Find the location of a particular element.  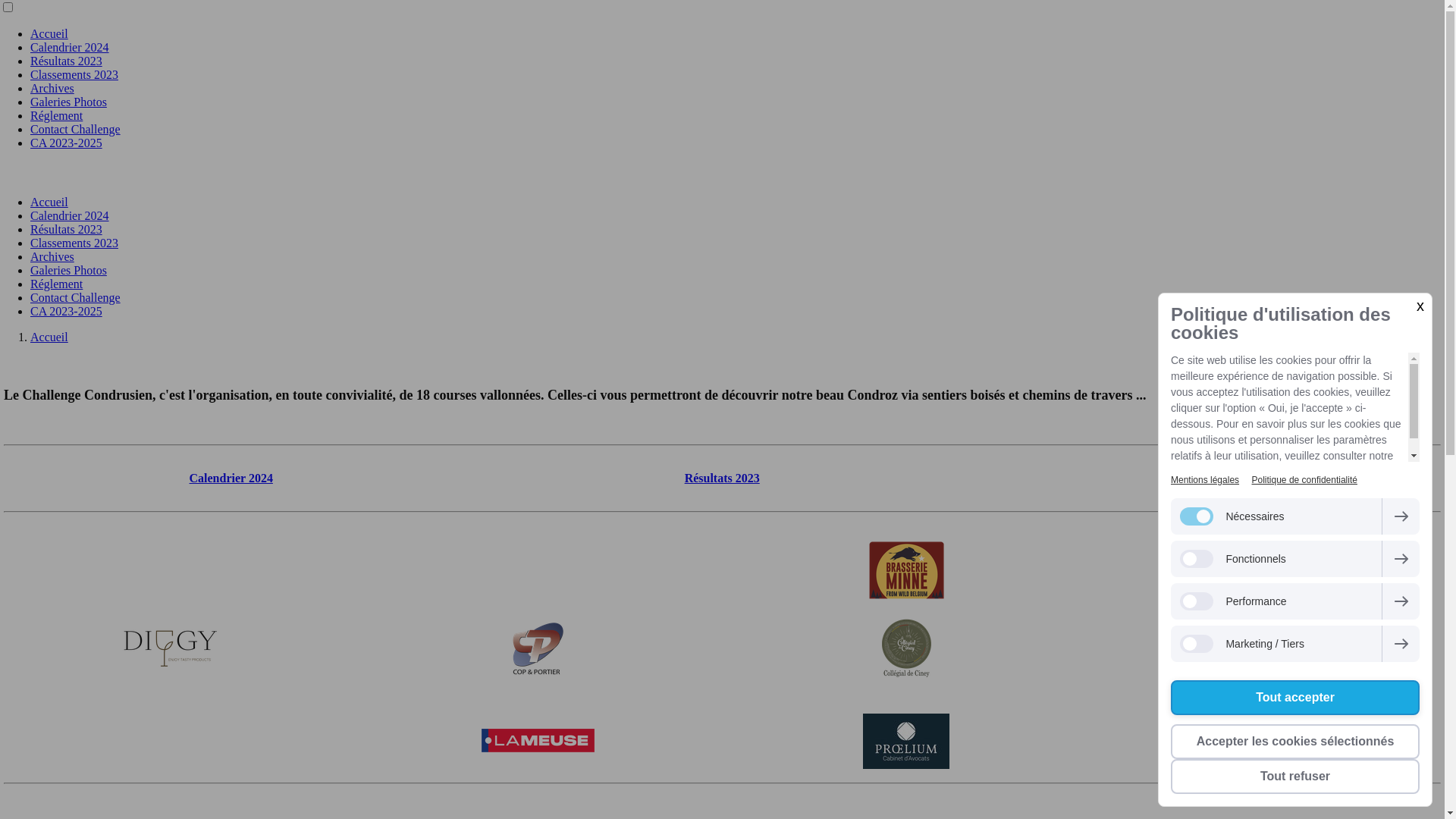

'CA 2023-2025' is located at coordinates (30, 310).